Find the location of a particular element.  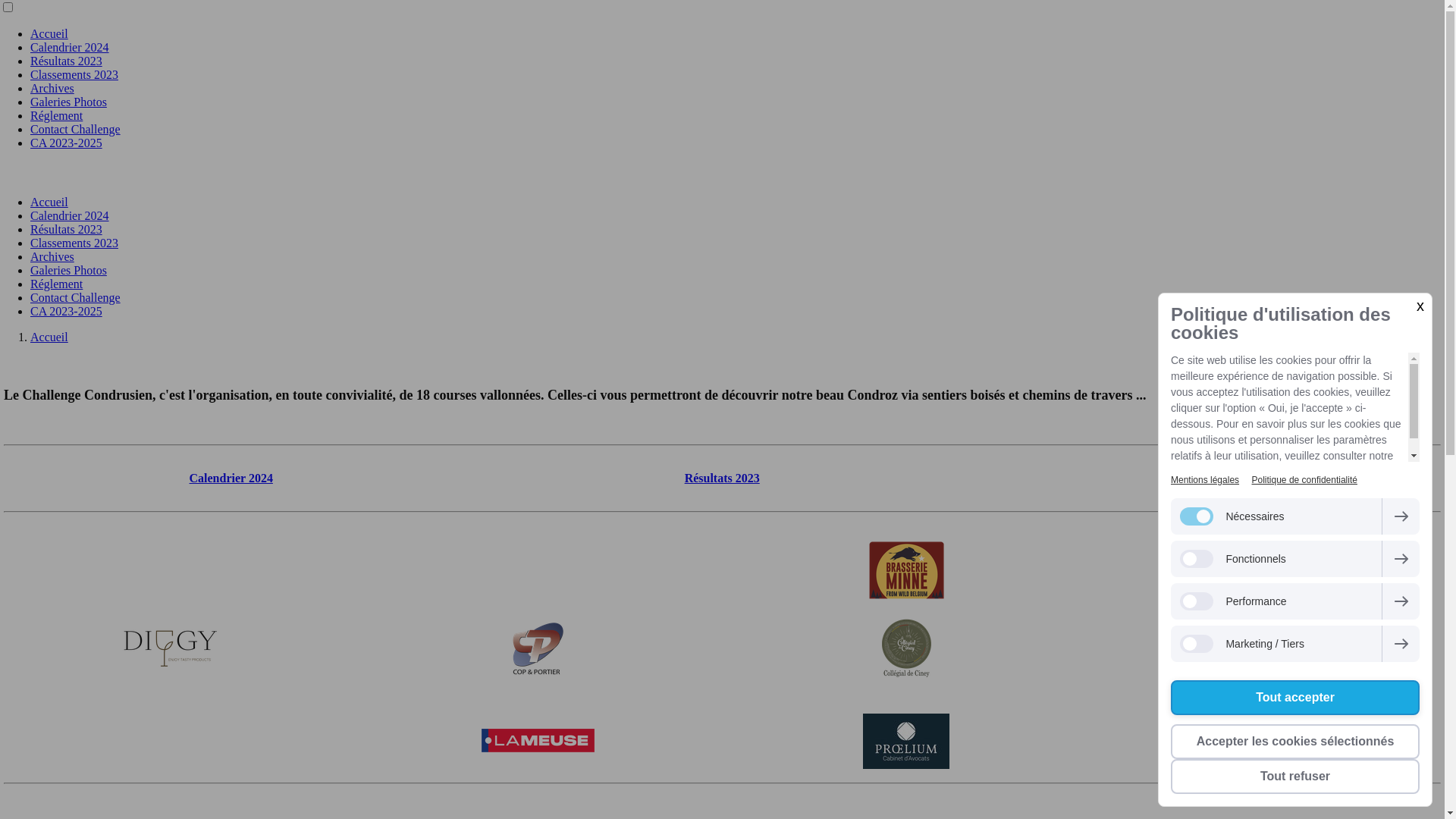

'CA 2023-2025' is located at coordinates (30, 310).